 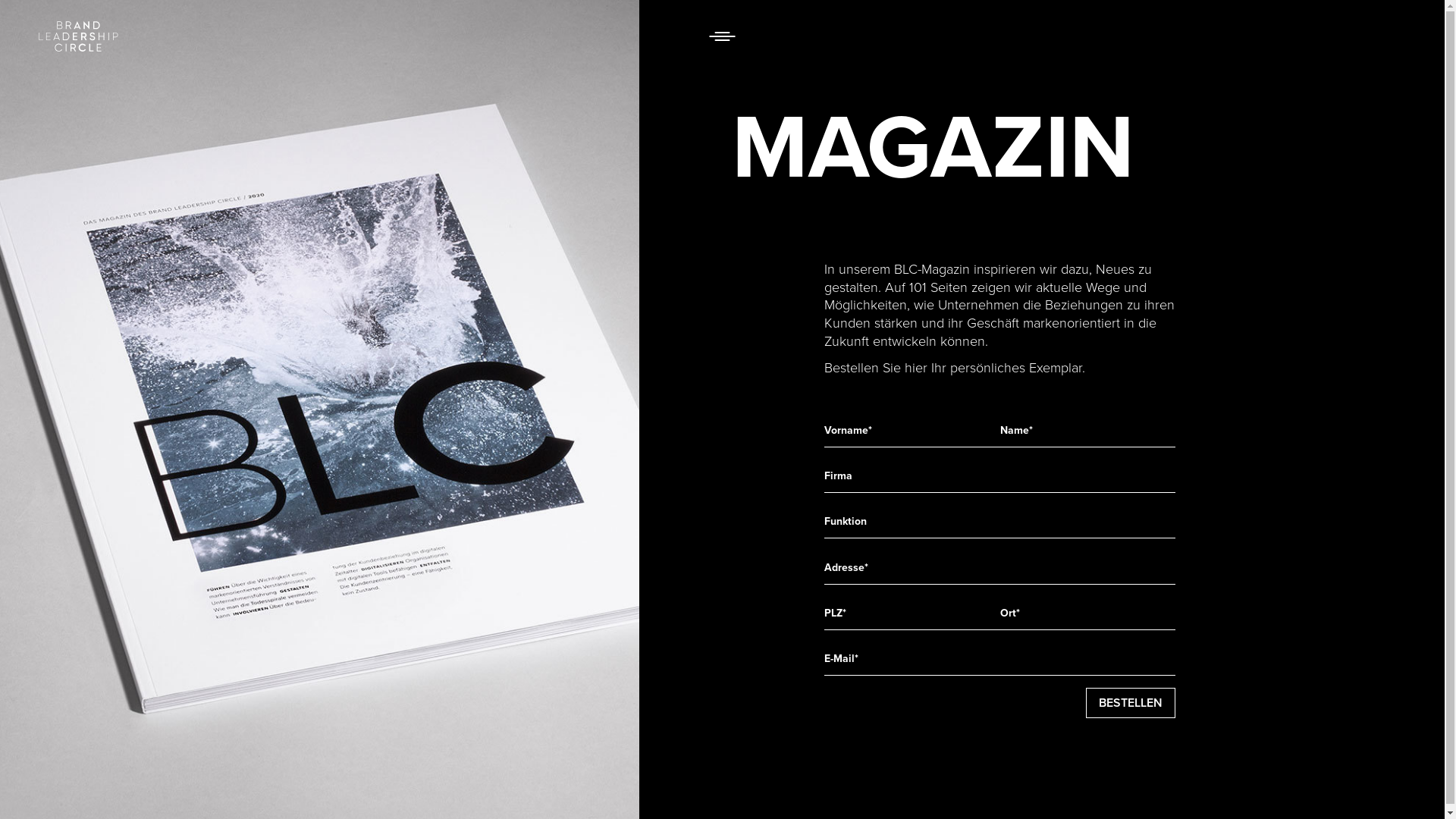 I want to click on 'Bestellen', so click(x=1131, y=702).